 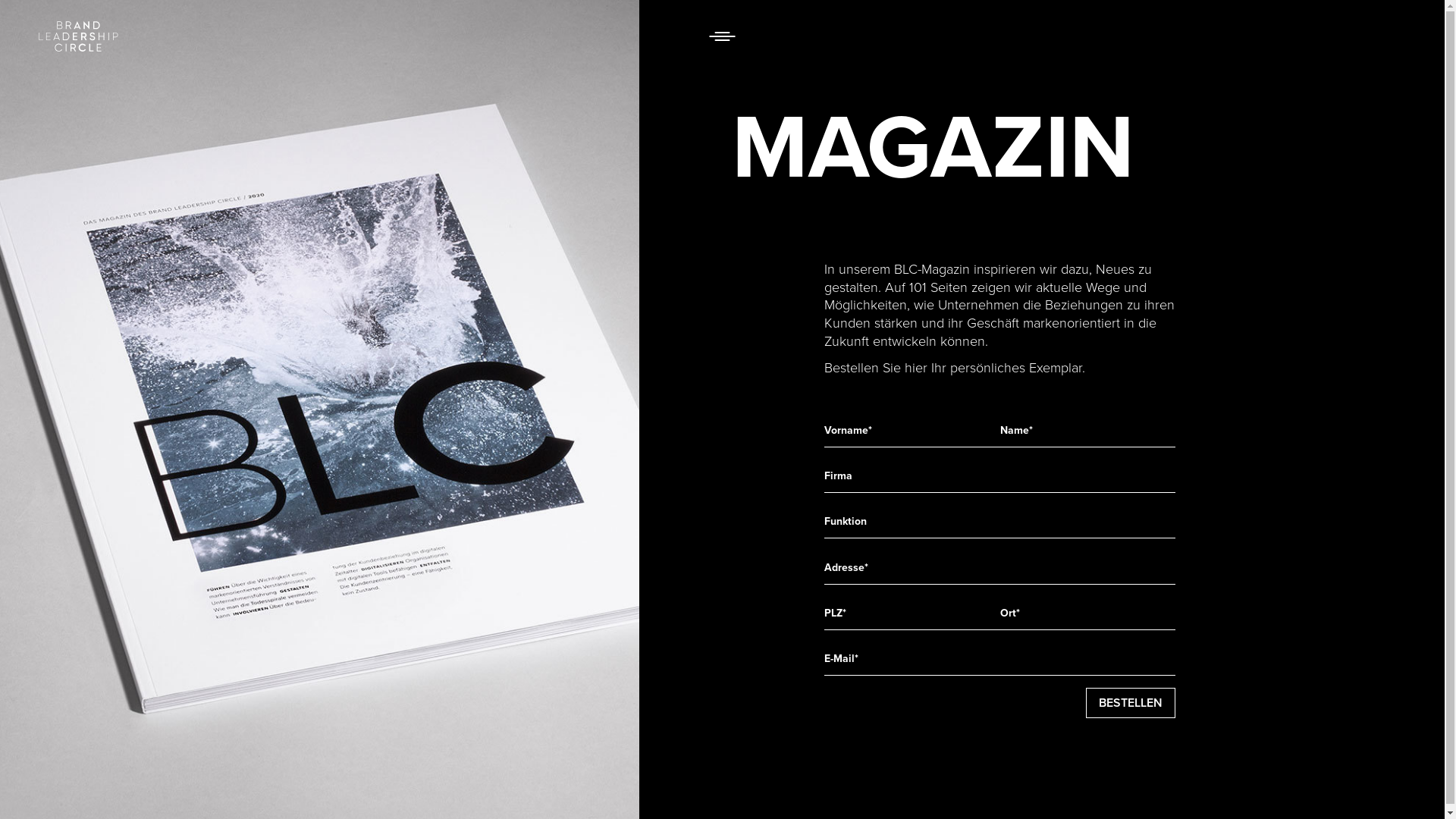 I want to click on 'Bestellen', so click(x=1131, y=702).